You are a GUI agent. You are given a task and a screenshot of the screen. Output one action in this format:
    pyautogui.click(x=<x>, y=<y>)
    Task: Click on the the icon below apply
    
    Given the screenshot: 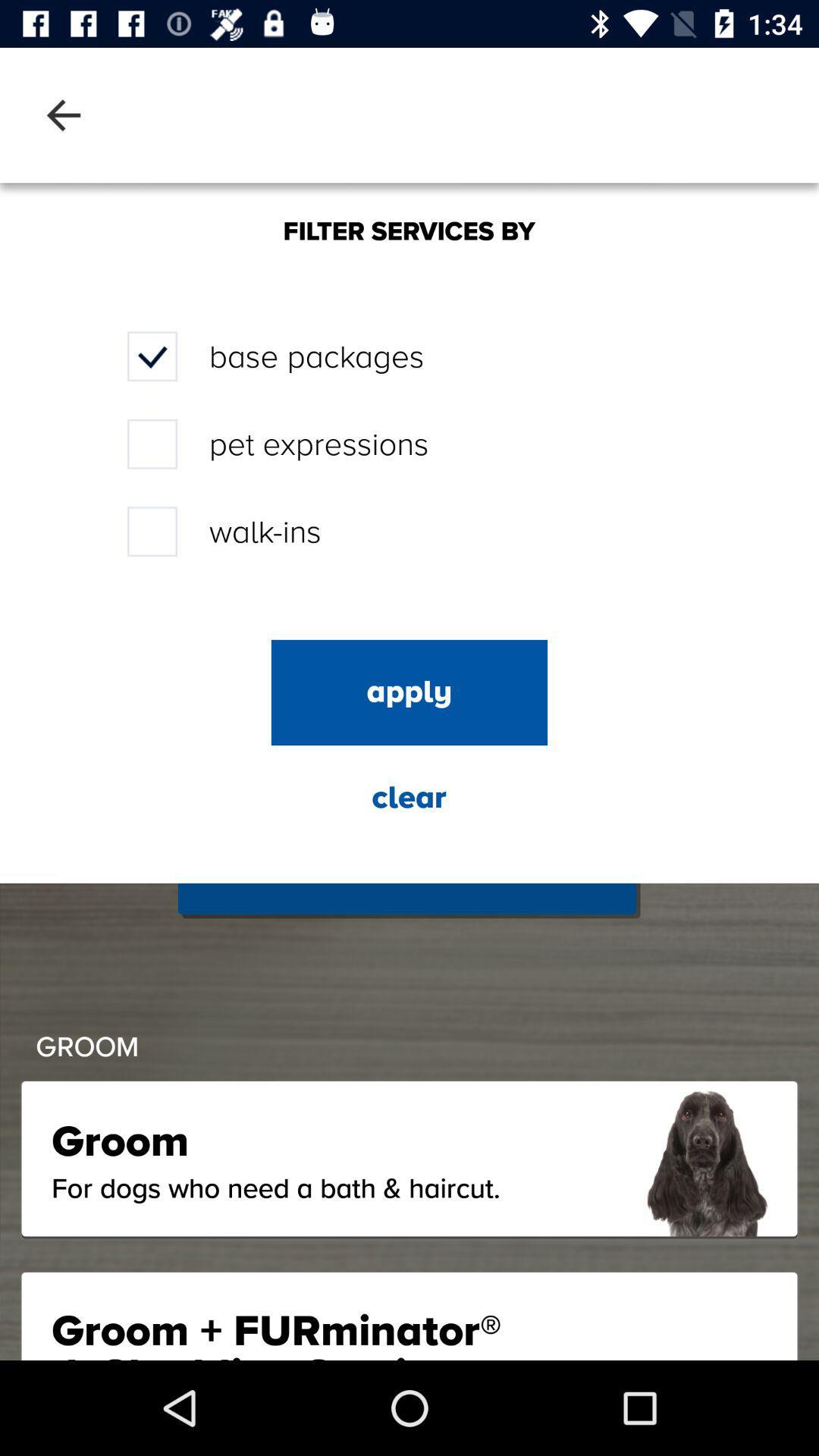 What is the action you would take?
    pyautogui.click(x=408, y=797)
    